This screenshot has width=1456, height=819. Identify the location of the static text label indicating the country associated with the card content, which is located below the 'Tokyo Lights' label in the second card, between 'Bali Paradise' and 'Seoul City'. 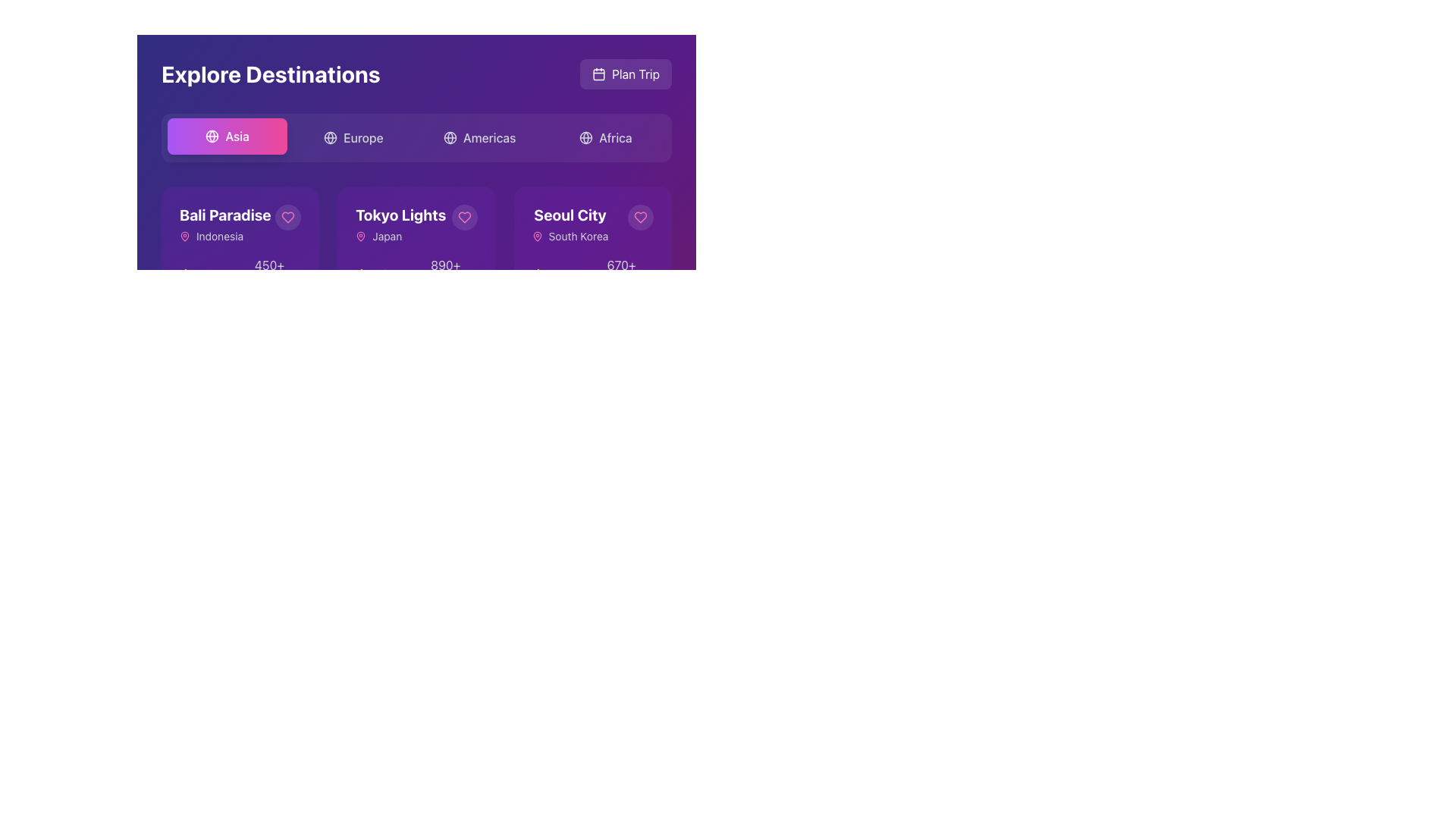
(387, 237).